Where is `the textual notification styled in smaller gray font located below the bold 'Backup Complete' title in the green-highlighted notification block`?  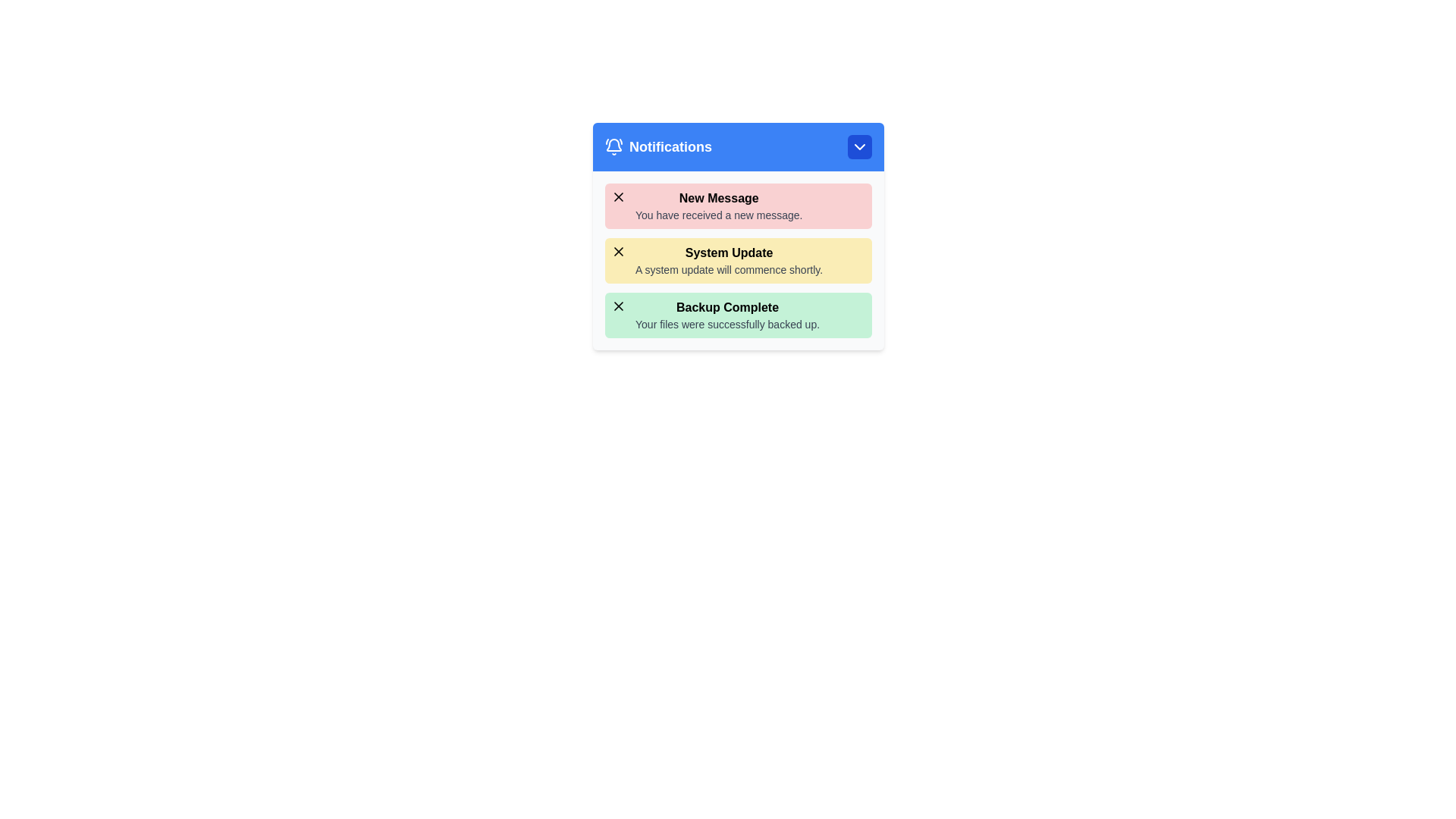 the textual notification styled in smaller gray font located below the bold 'Backup Complete' title in the green-highlighted notification block is located at coordinates (726, 324).